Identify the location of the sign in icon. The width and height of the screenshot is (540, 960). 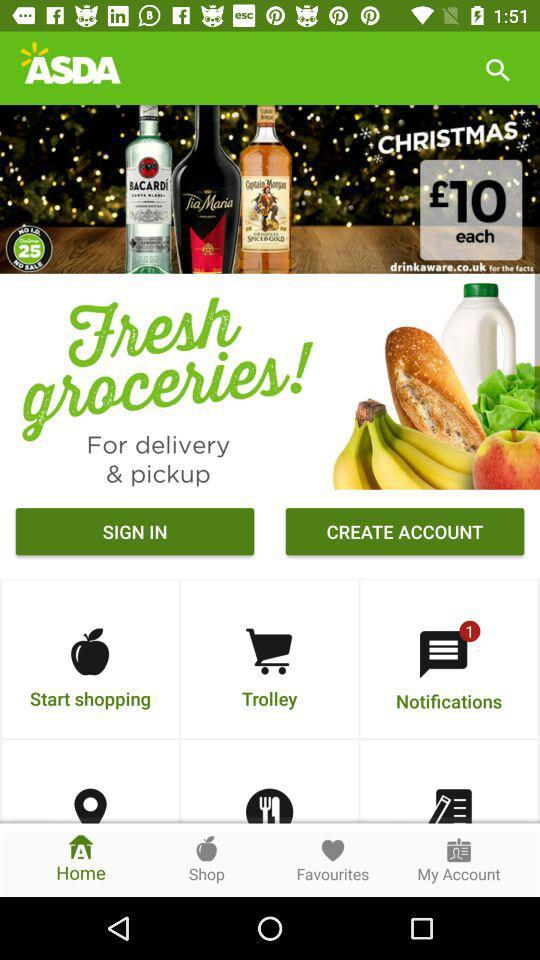
(135, 533).